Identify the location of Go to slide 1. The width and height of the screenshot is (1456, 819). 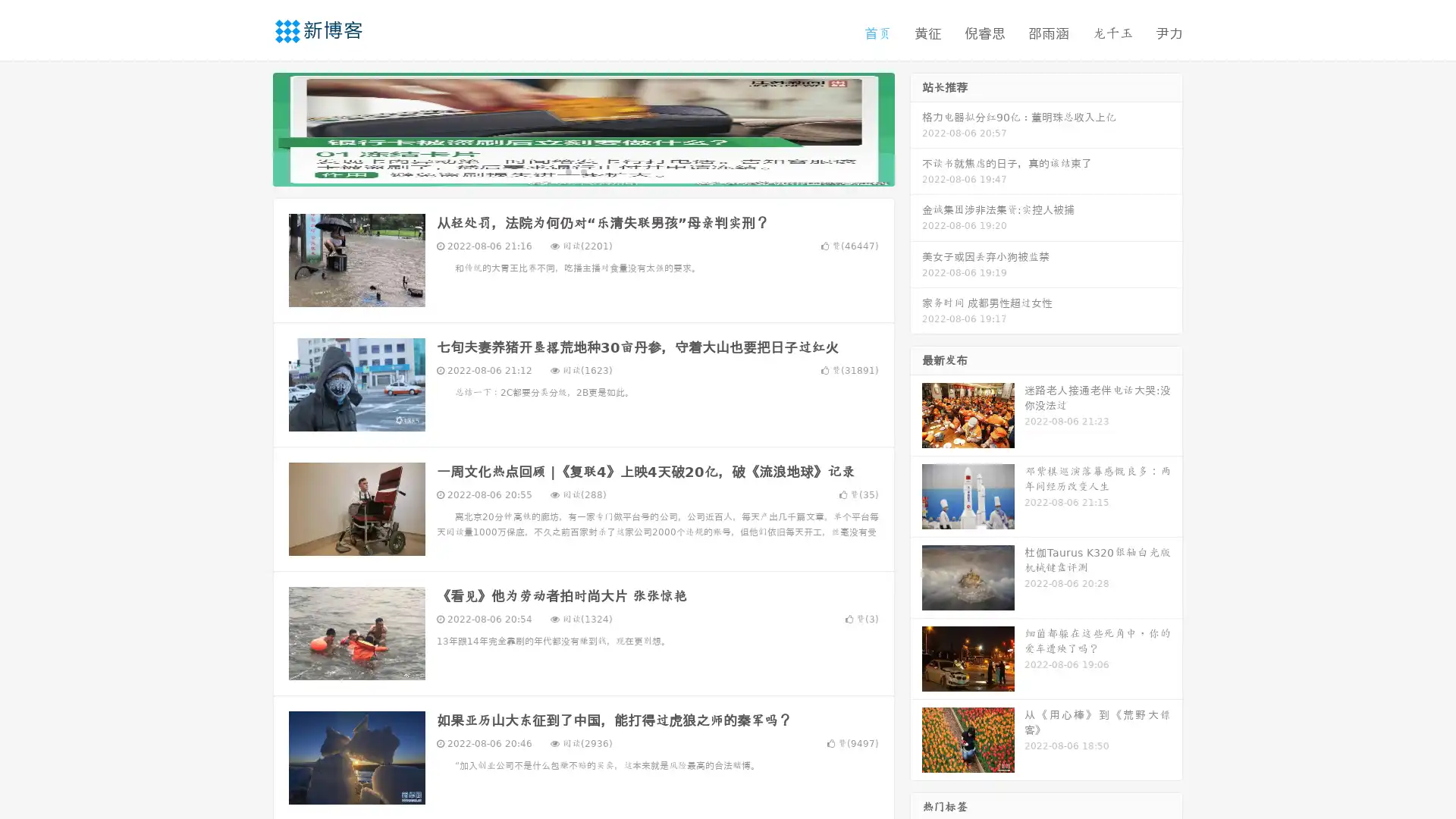
(567, 171).